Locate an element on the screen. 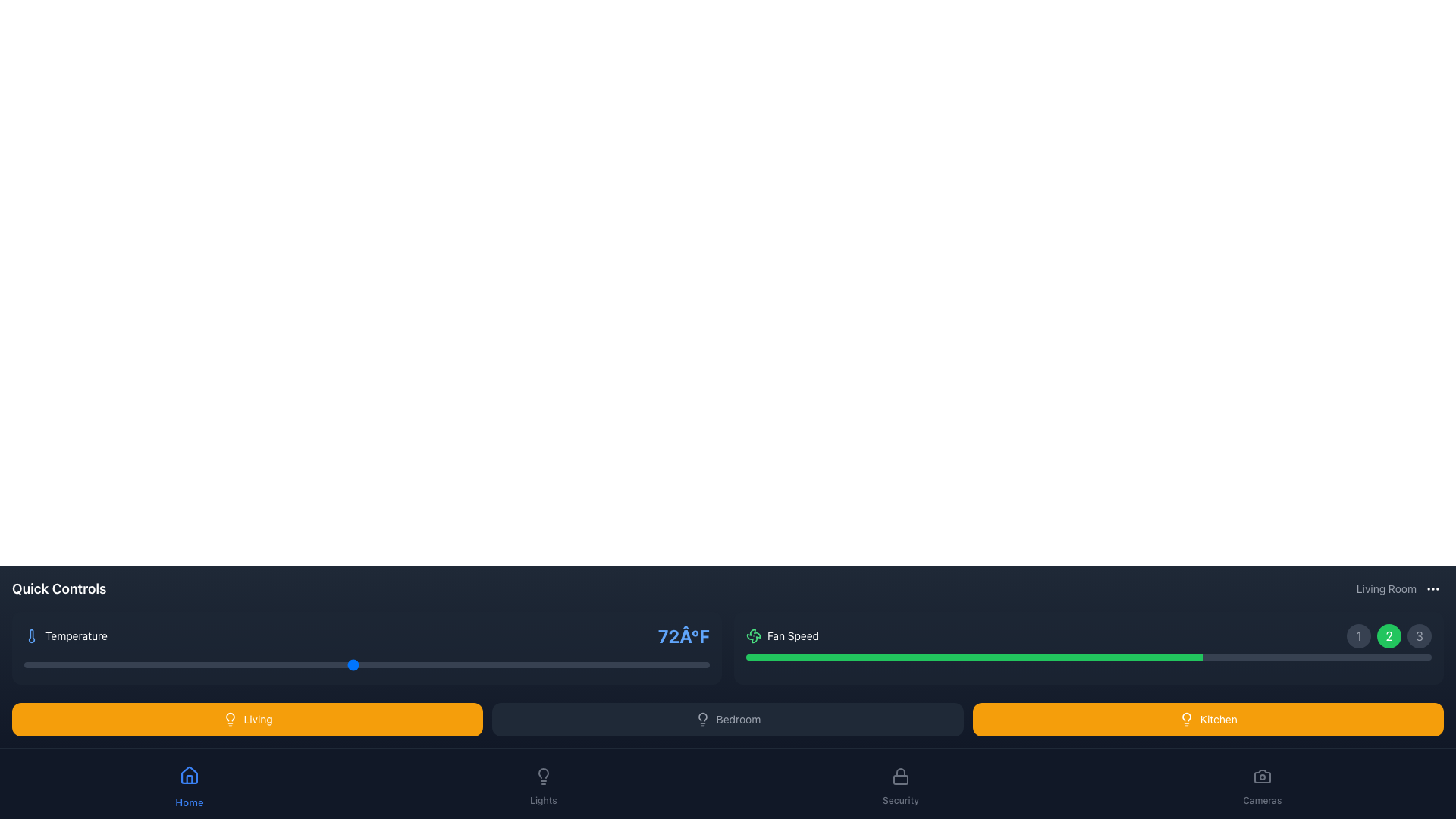  the Ellipsis menu icon located in the top-right corner of the 'Living Room' section to trigger hover effects is located at coordinates (1432, 588).